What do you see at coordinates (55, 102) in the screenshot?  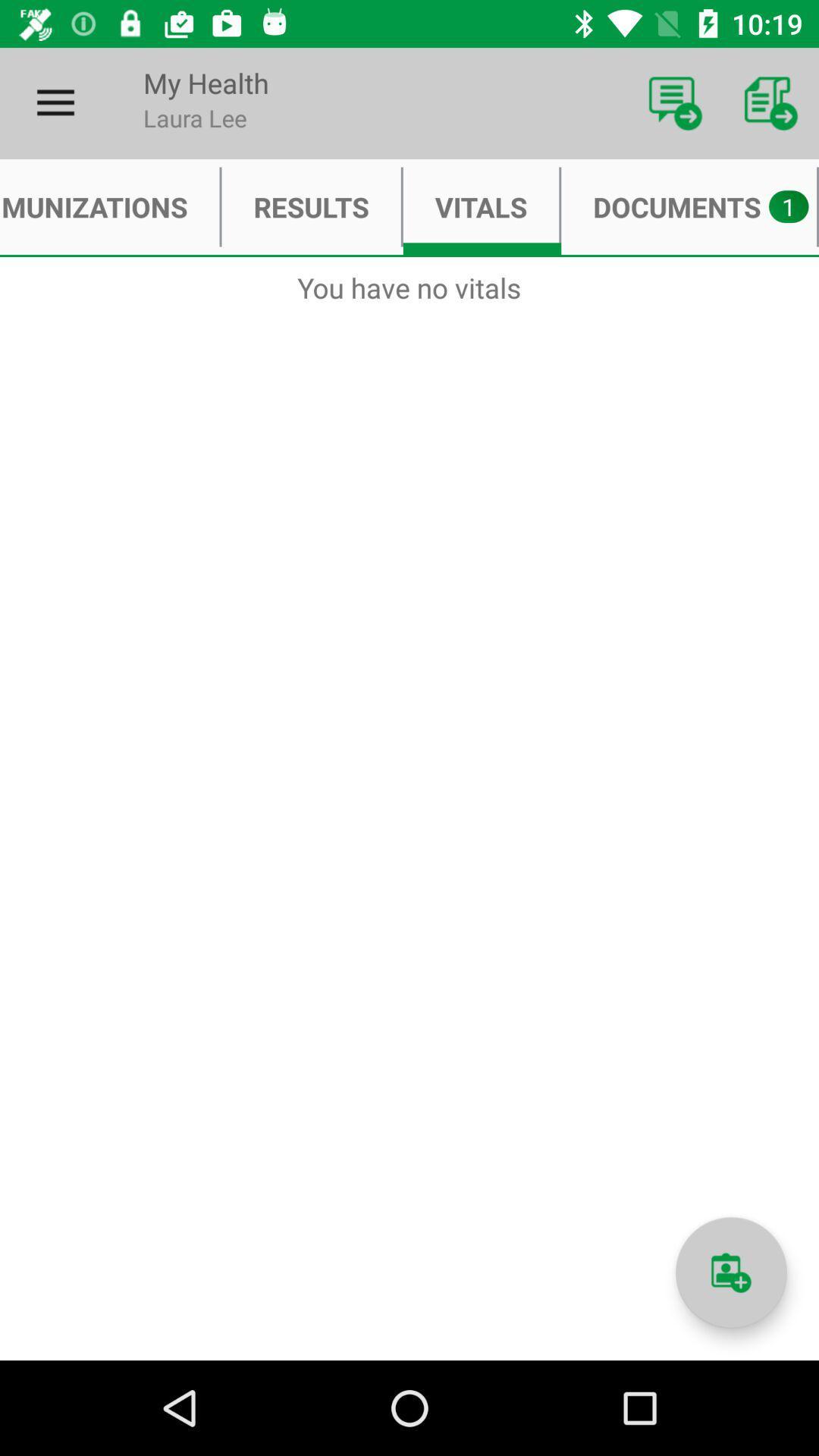 I see `icon above the immunizations item` at bounding box center [55, 102].